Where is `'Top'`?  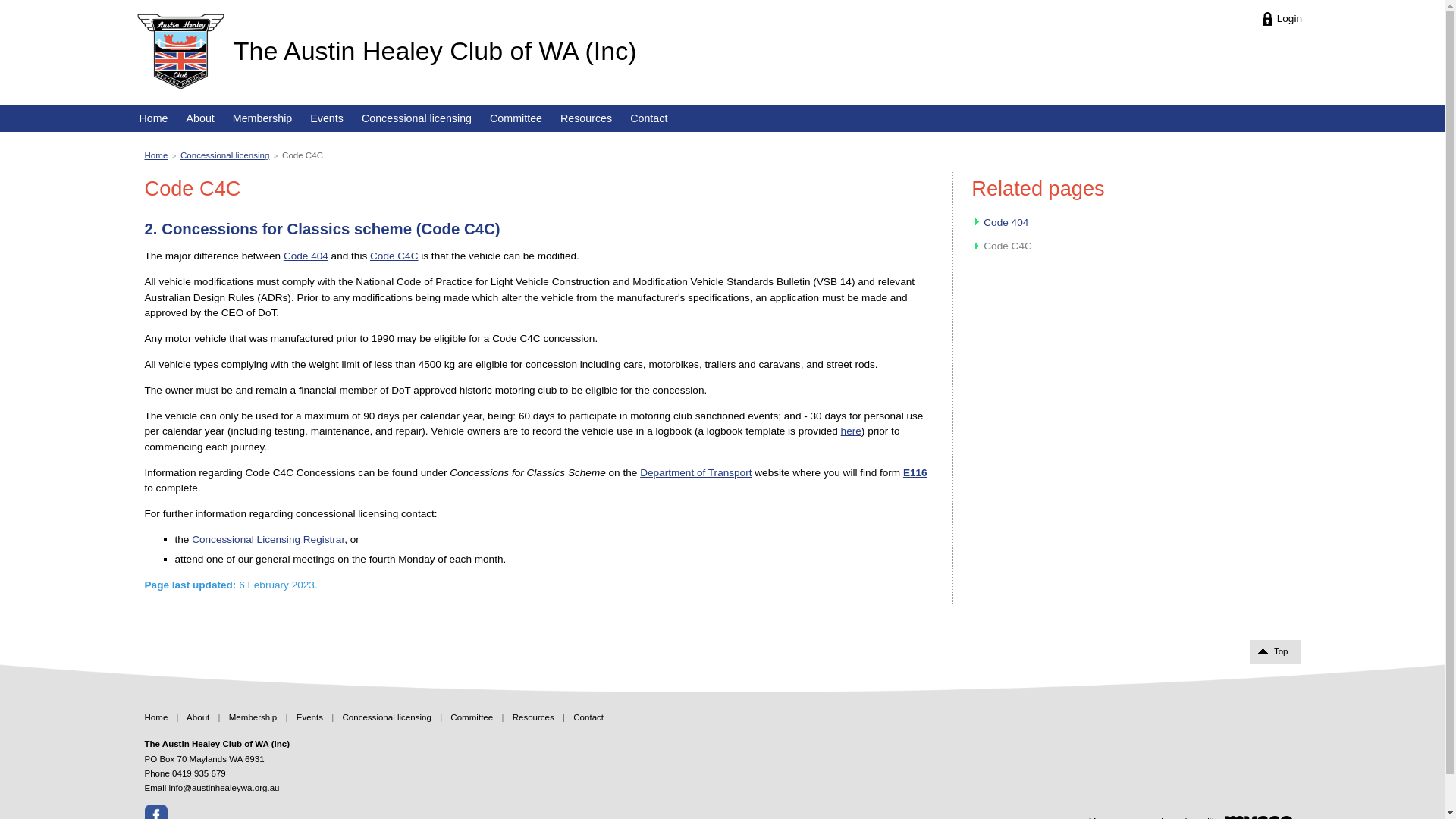 'Top' is located at coordinates (1274, 651).